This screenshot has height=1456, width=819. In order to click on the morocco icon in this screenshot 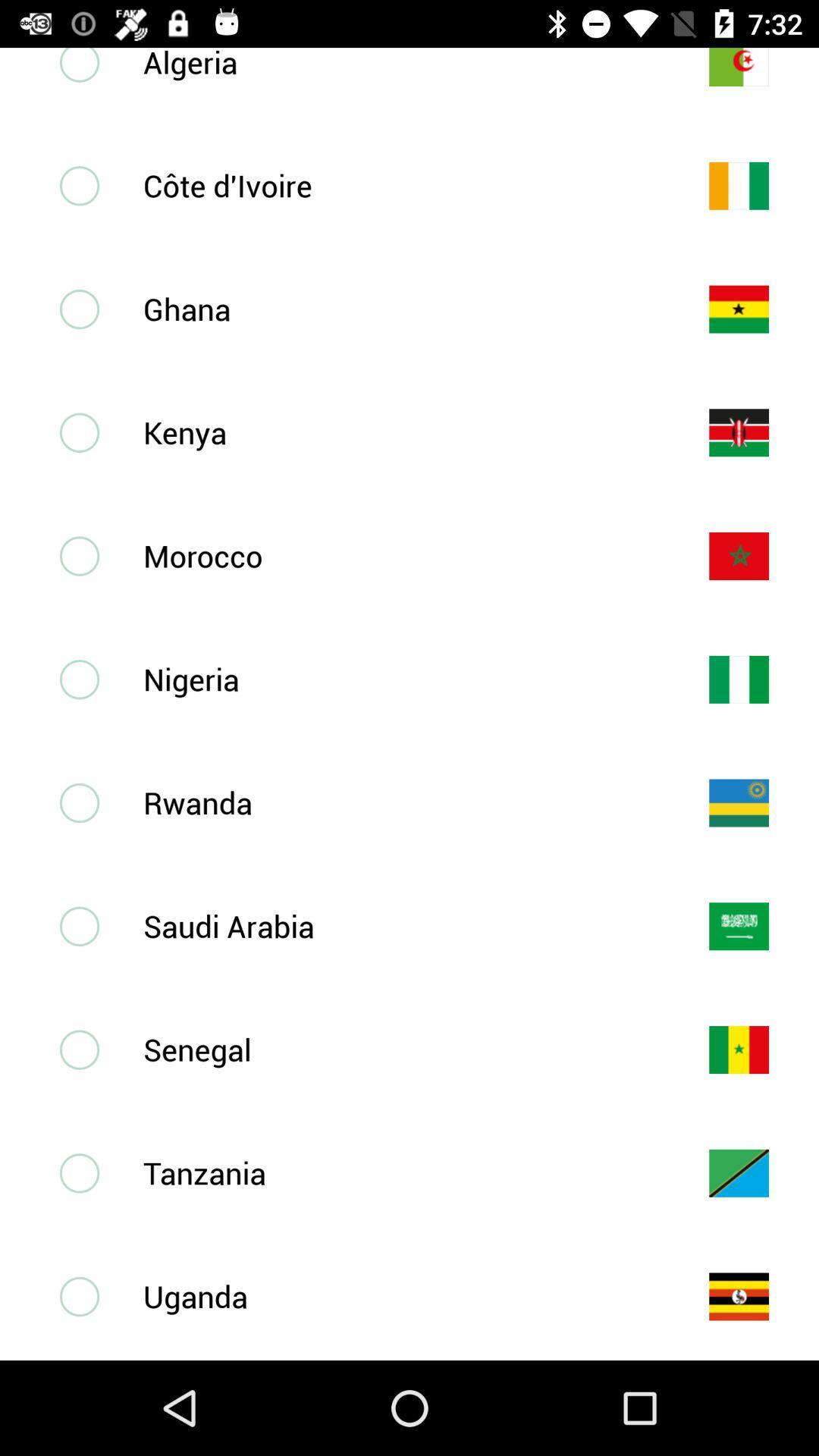, I will do `click(400, 555)`.